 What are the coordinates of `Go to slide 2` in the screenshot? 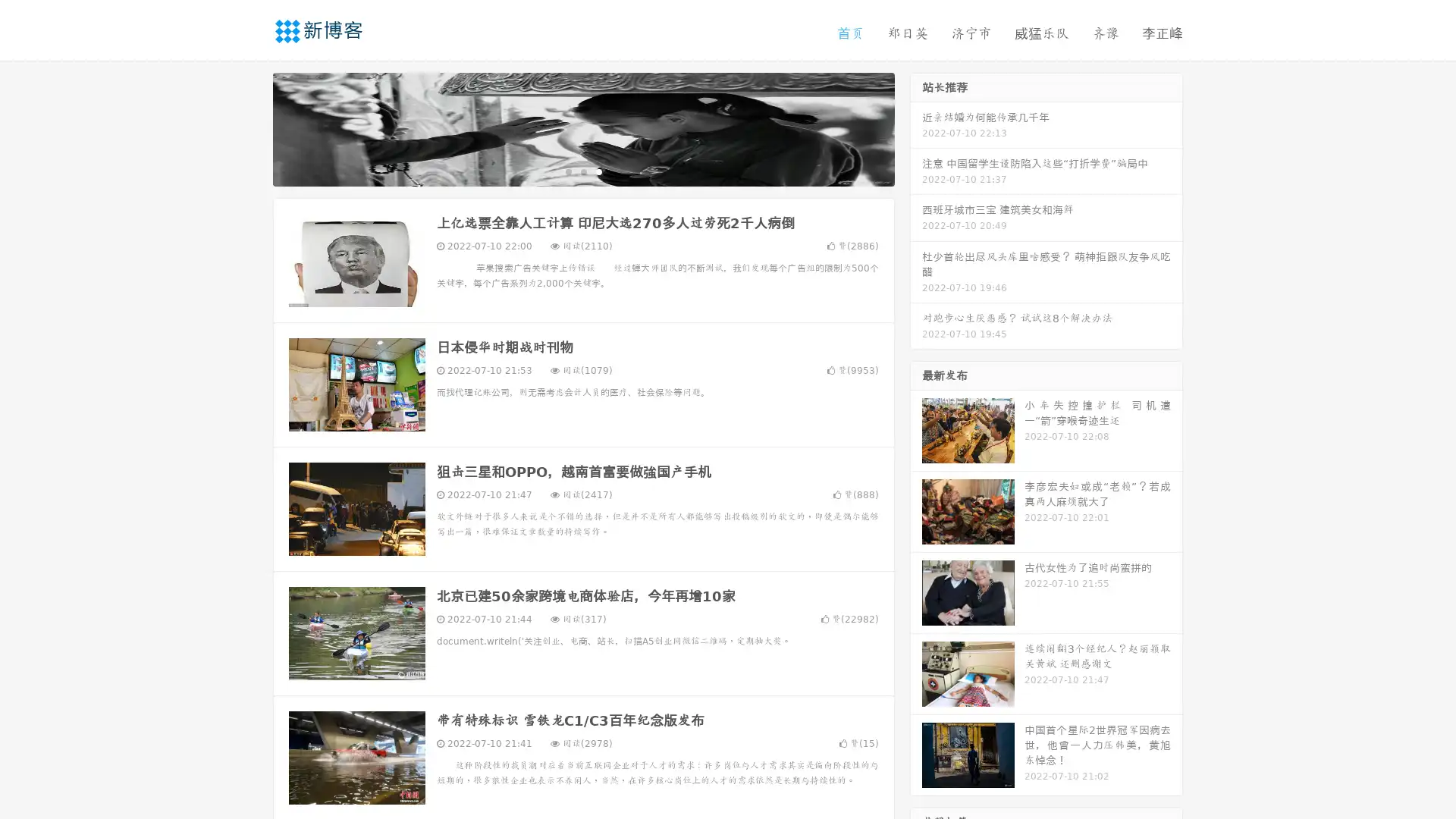 It's located at (582, 171).